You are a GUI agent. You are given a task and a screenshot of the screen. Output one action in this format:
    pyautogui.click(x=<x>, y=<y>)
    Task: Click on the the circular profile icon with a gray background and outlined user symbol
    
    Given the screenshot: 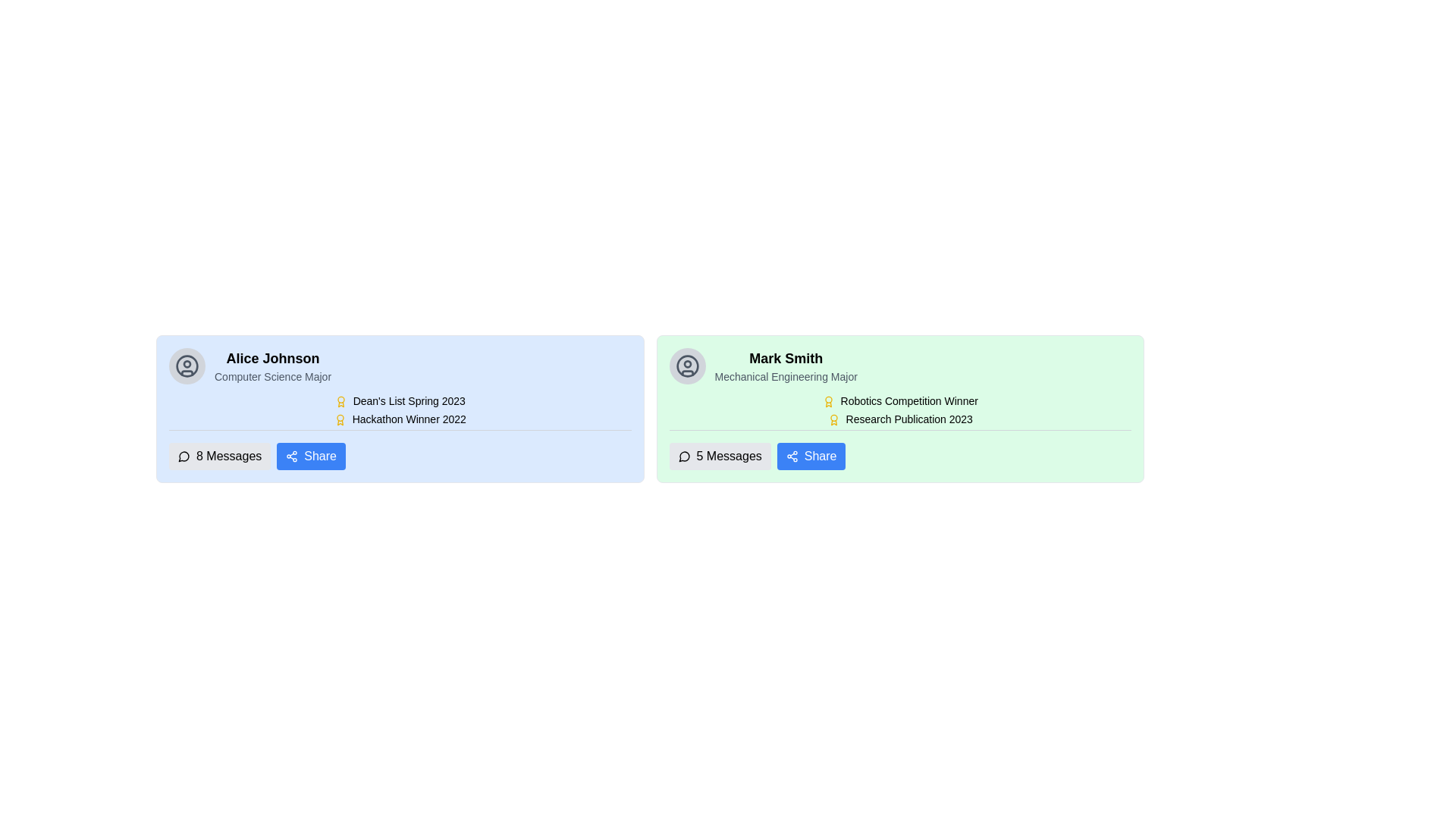 What is the action you would take?
    pyautogui.click(x=686, y=366)
    